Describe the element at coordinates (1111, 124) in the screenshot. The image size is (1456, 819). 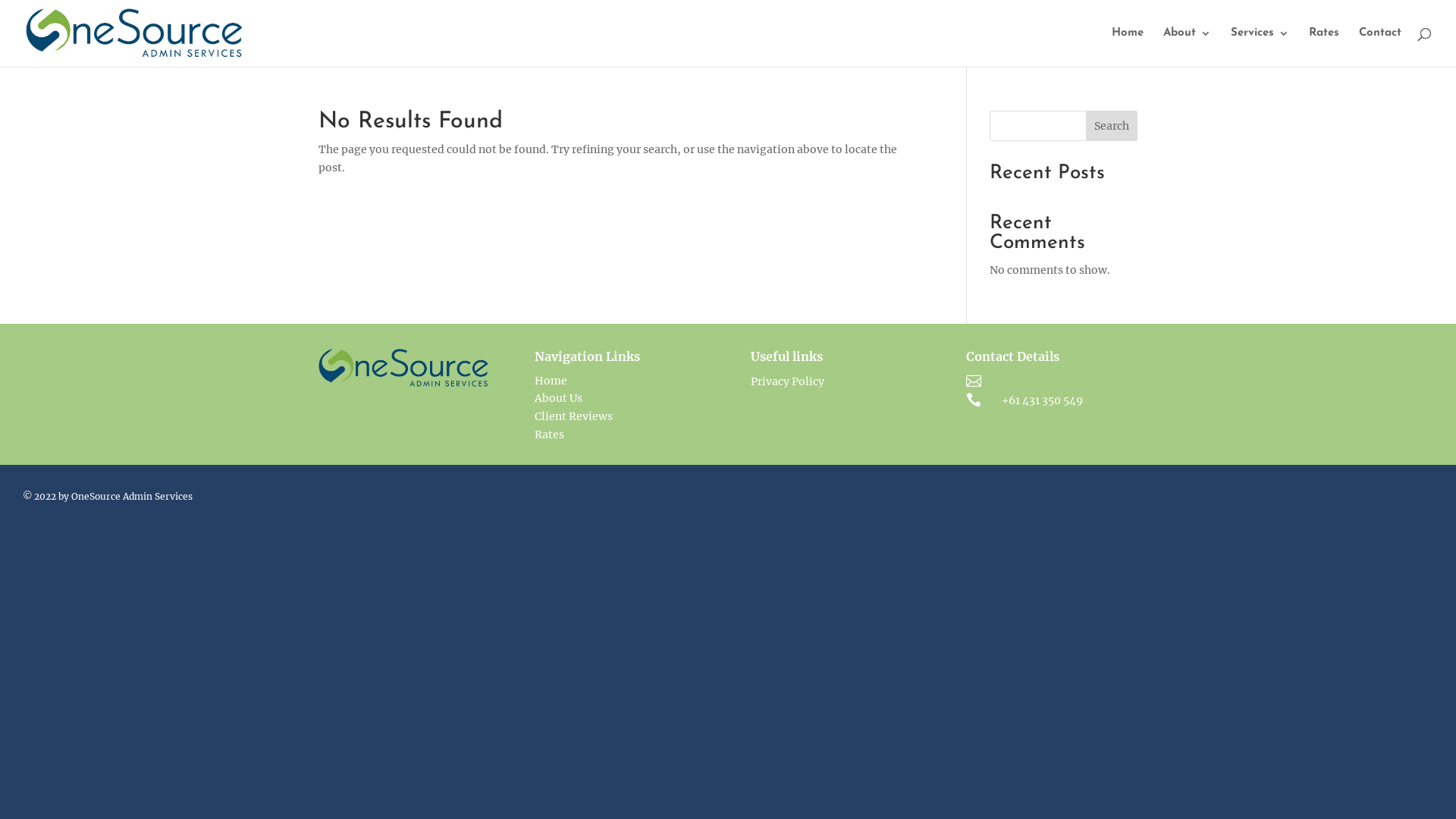
I see `'Search'` at that location.